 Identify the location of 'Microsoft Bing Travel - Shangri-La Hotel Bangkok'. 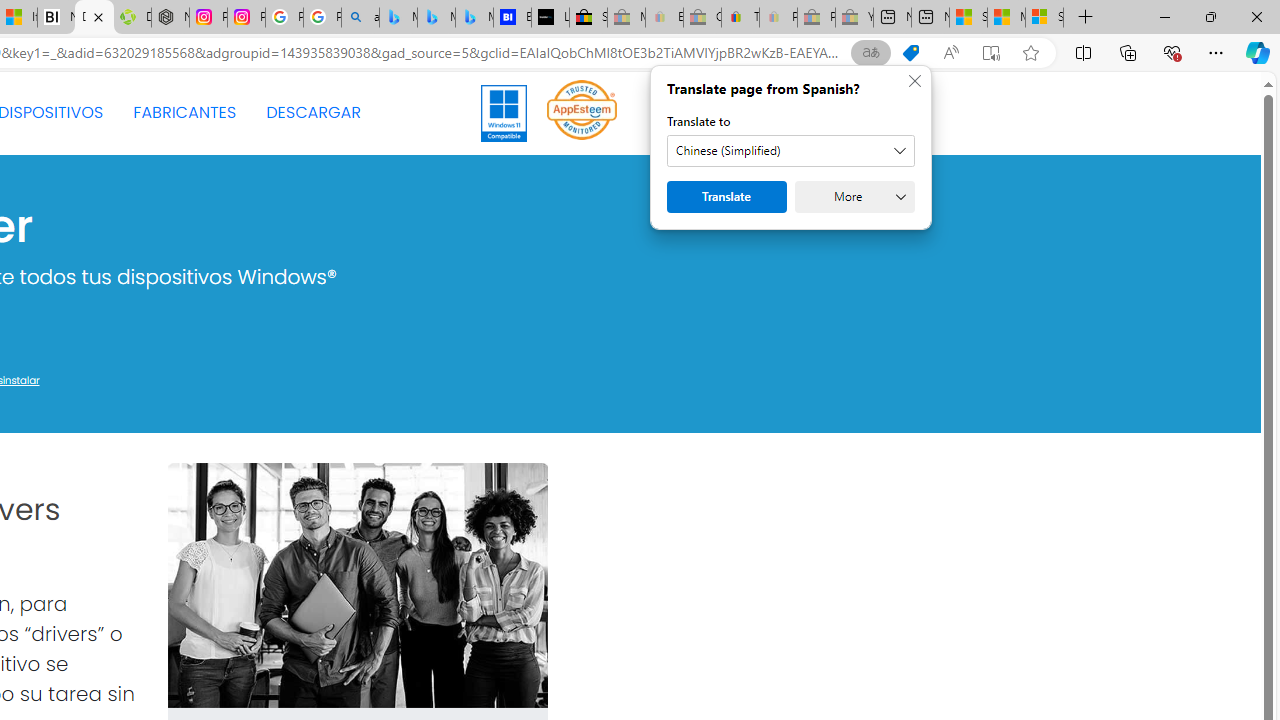
(473, 17).